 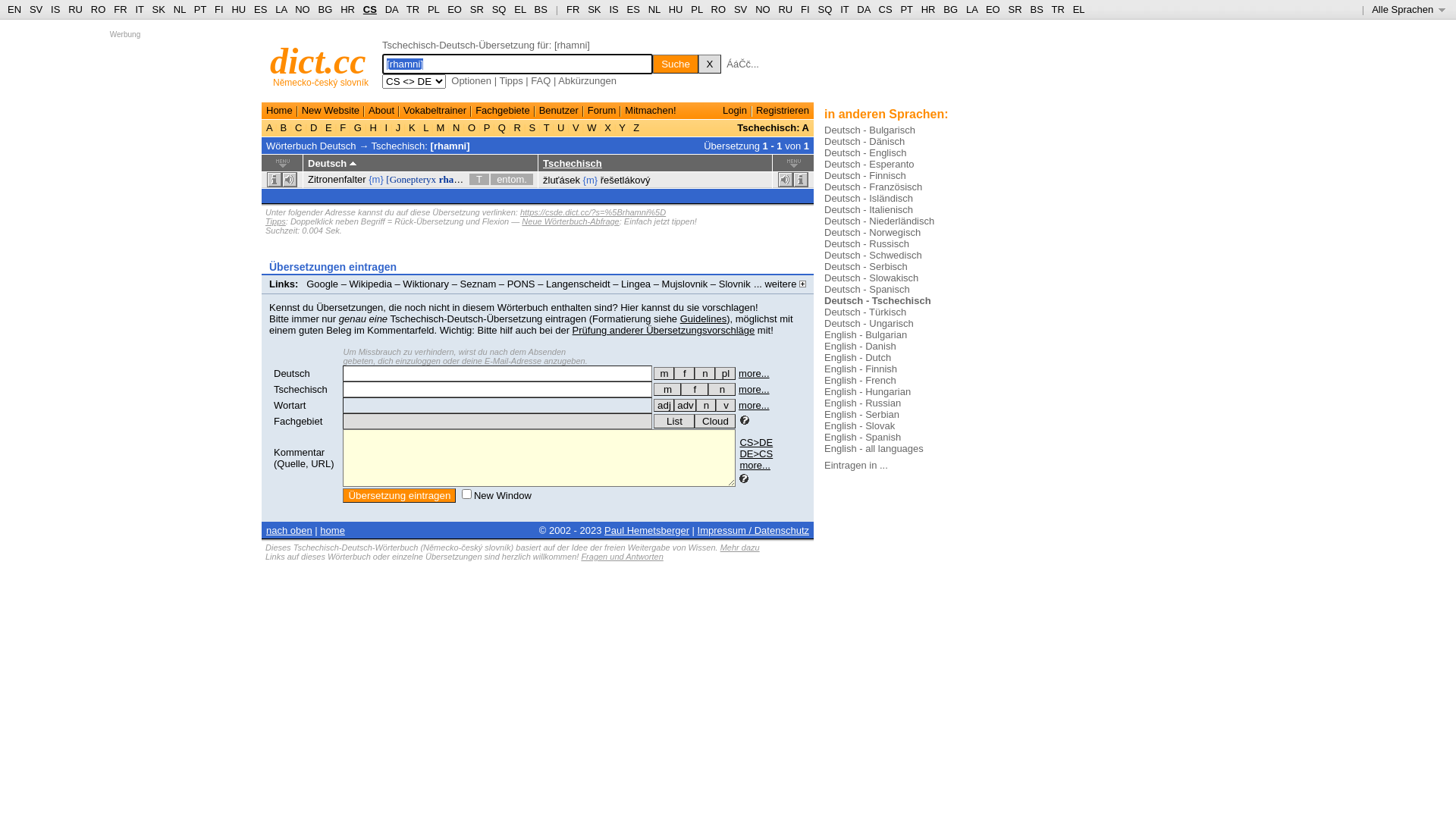 What do you see at coordinates (654, 9) in the screenshot?
I see `'NL'` at bounding box center [654, 9].